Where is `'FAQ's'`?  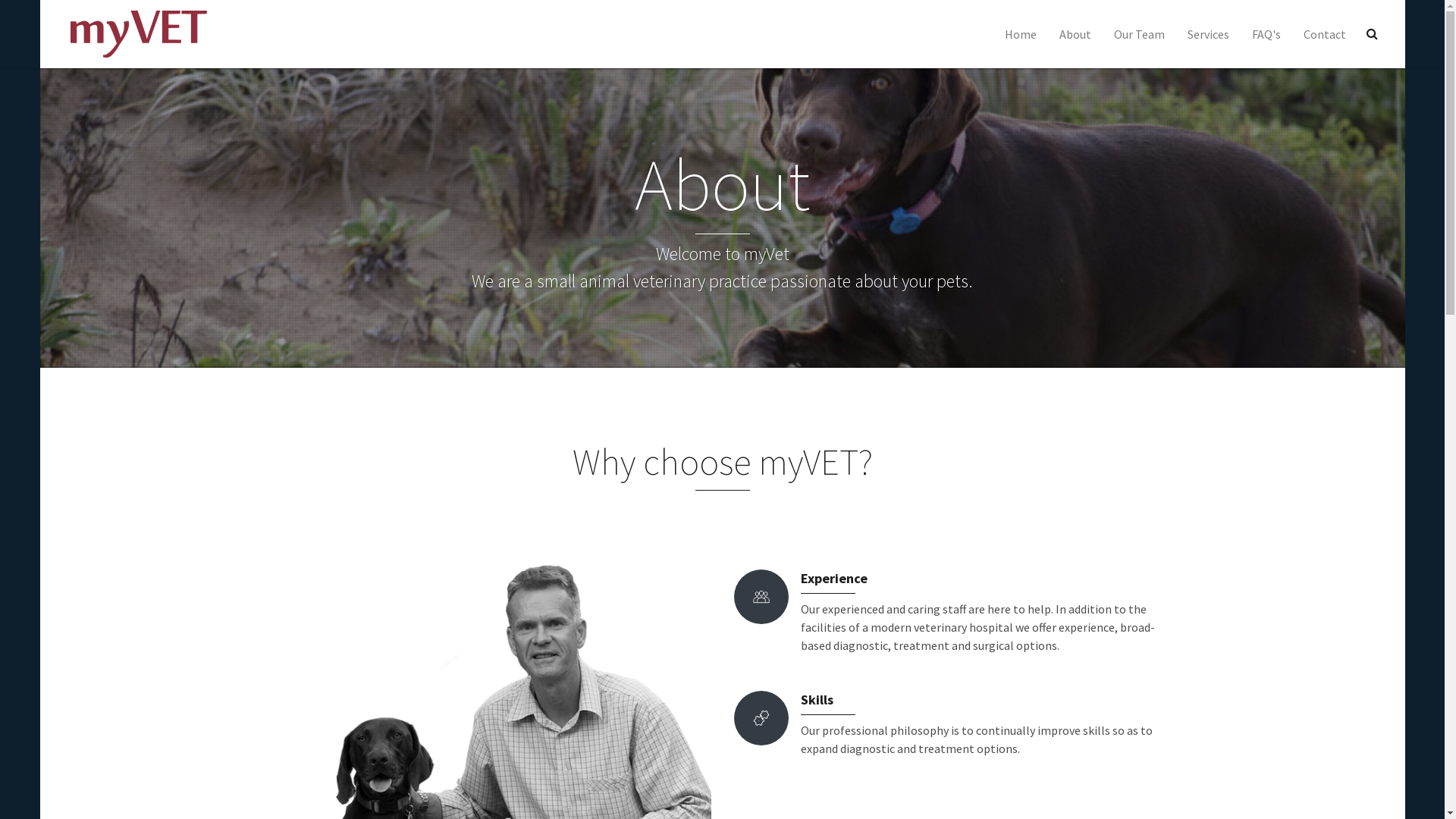
'FAQ's' is located at coordinates (1241, 34).